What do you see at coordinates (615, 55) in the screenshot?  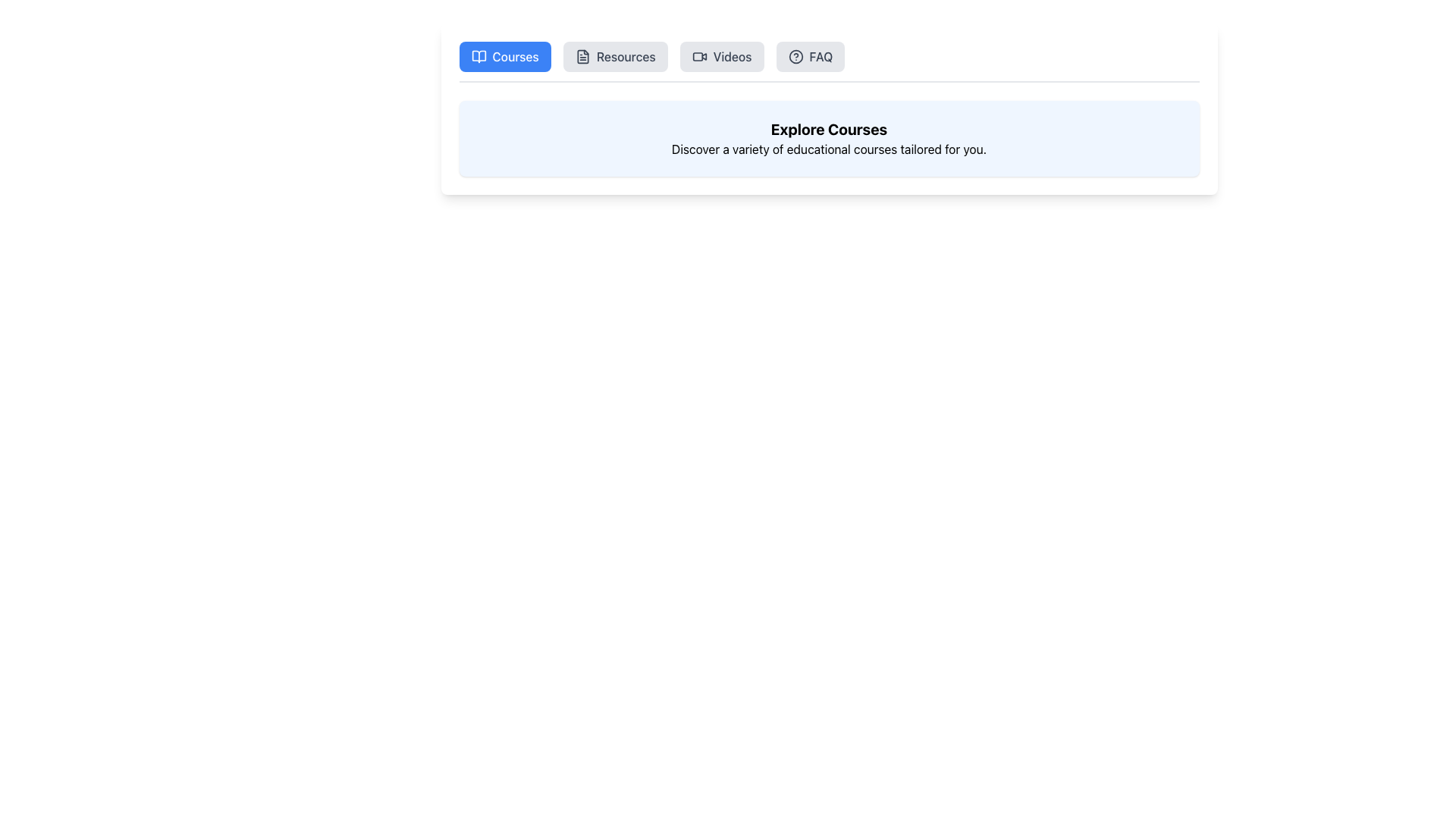 I see `the 'Resources' button located in the second position of the navigation bar to trigger a style change` at bounding box center [615, 55].